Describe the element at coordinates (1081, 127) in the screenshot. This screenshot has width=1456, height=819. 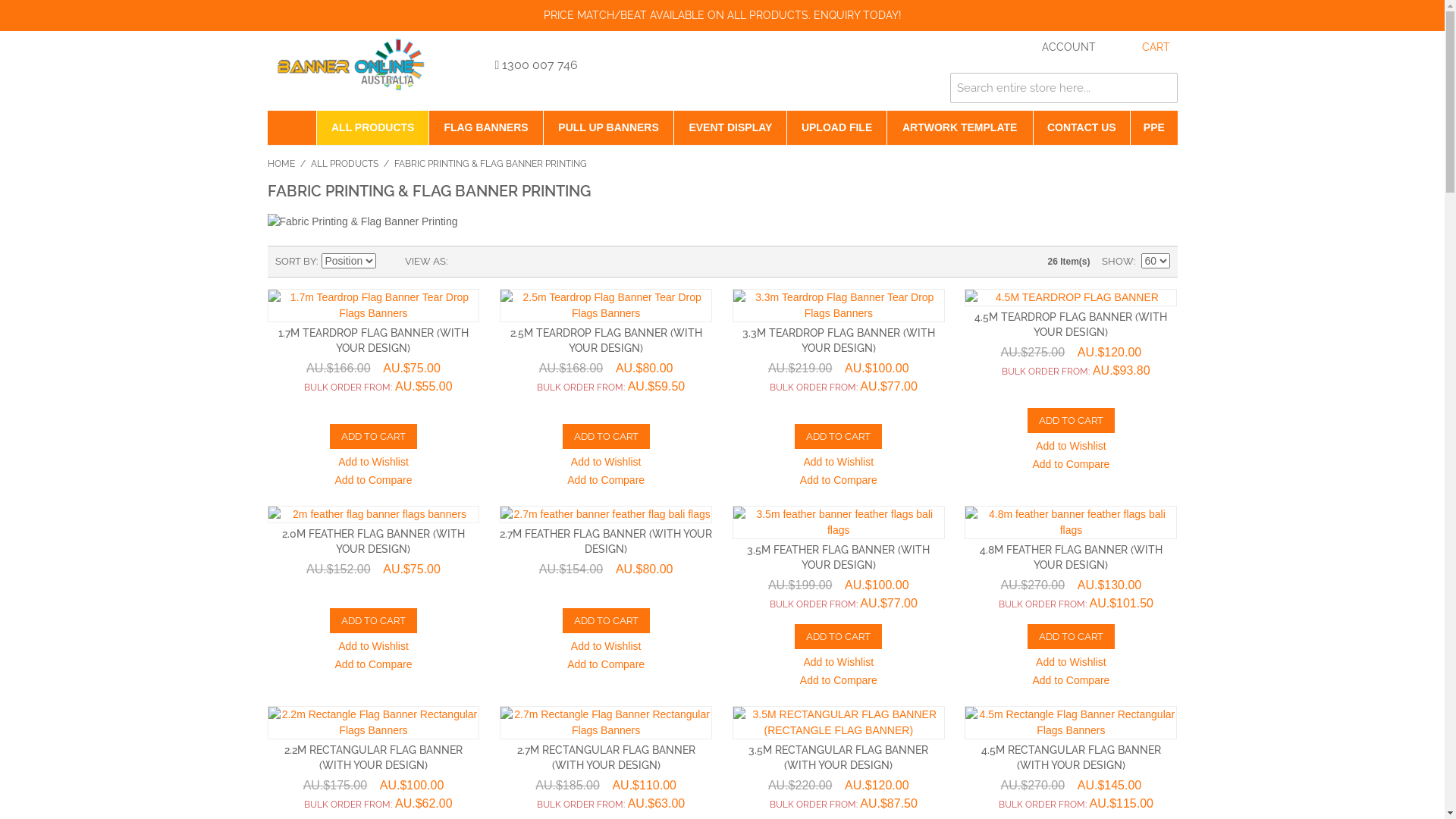
I see `'CONTACT US'` at that location.